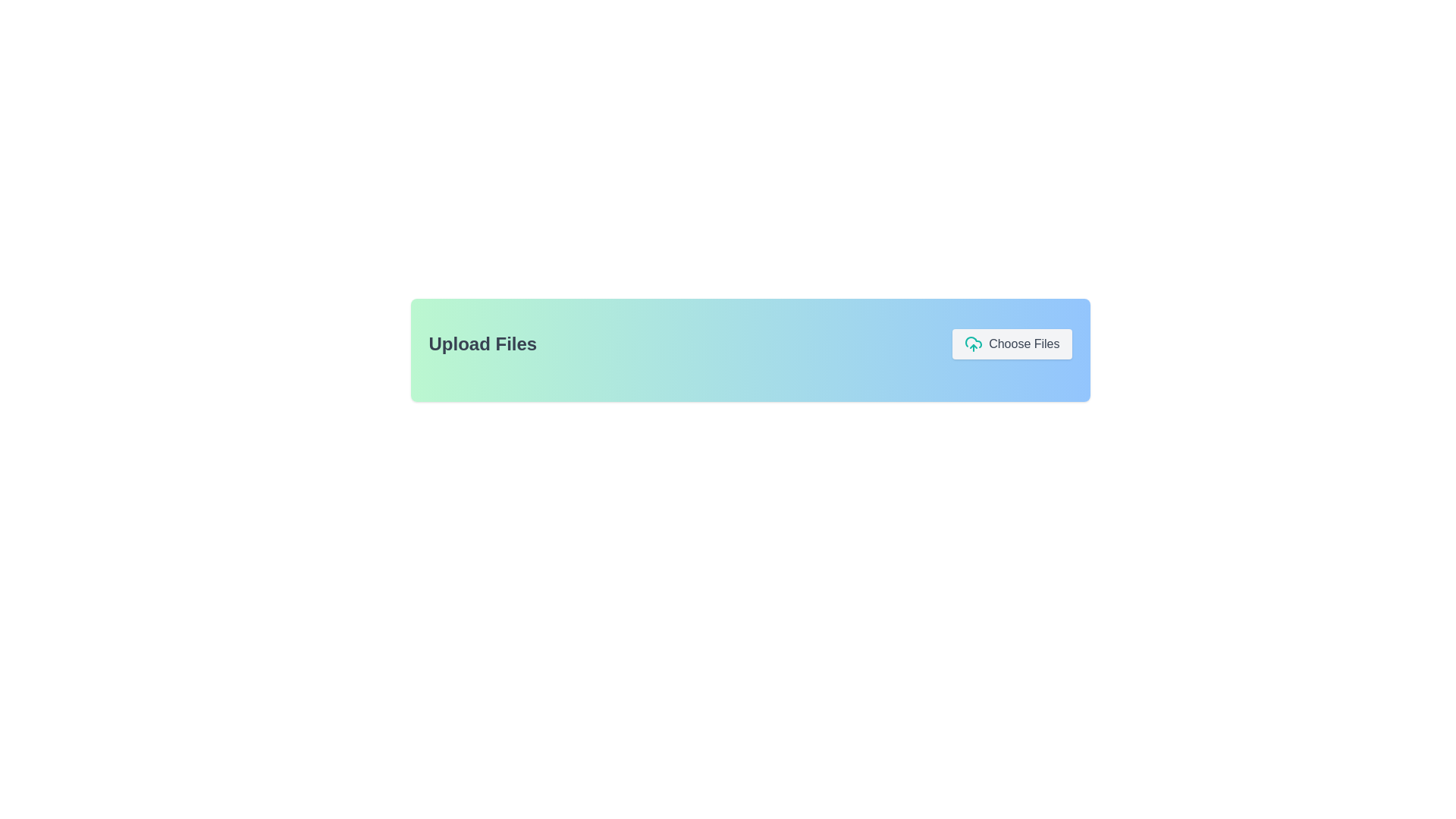 Image resolution: width=1456 pixels, height=819 pixels. What do you see at coordinates (482, 344) in the screenshot?
I see `the 'Upload Files' text element, which is styled in a large, bold font and is positioned prominently on a green-to-blue gradient background` at bounding box center [482, 344].